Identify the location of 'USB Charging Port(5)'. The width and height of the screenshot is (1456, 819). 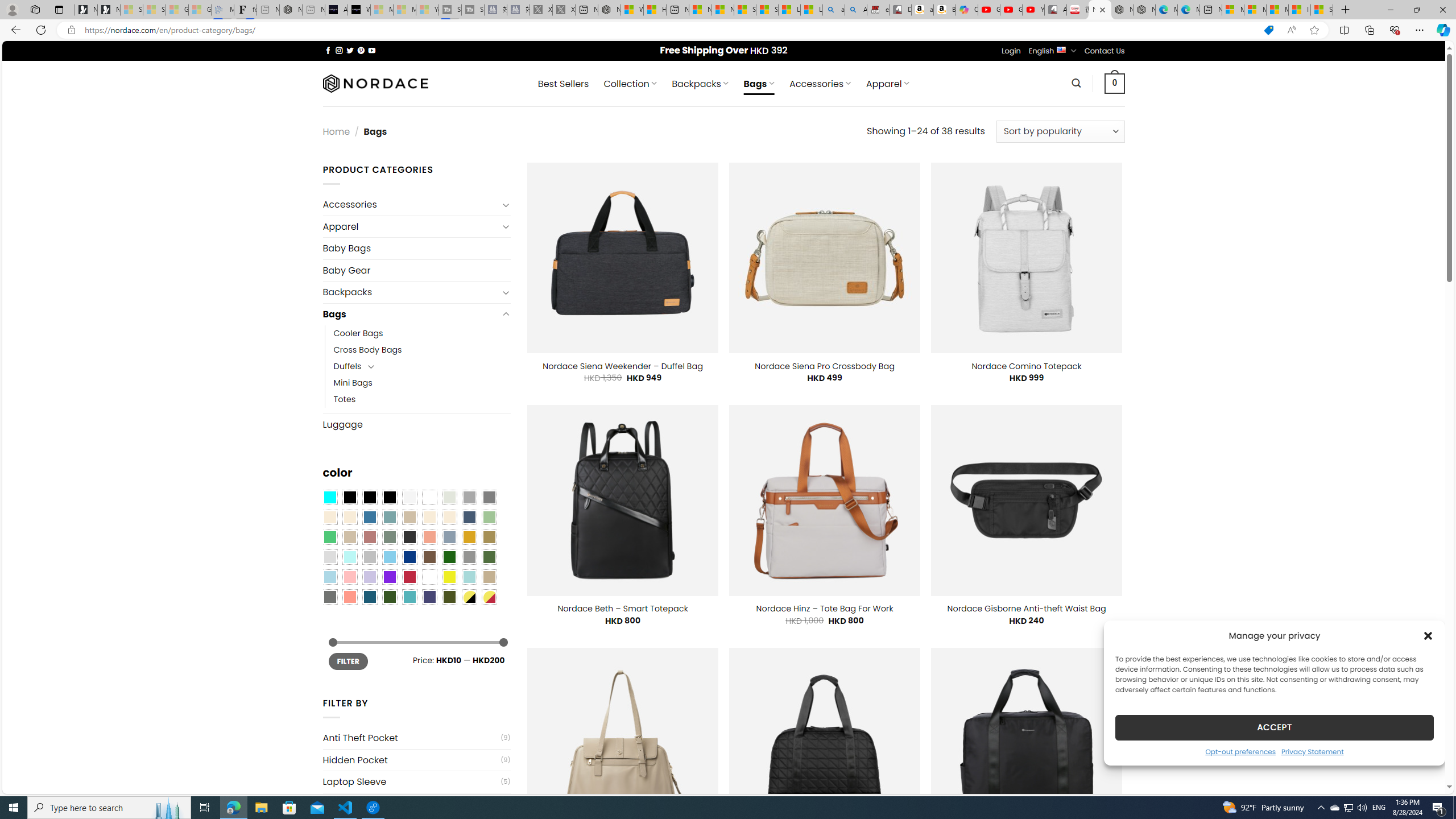
(416, 804).